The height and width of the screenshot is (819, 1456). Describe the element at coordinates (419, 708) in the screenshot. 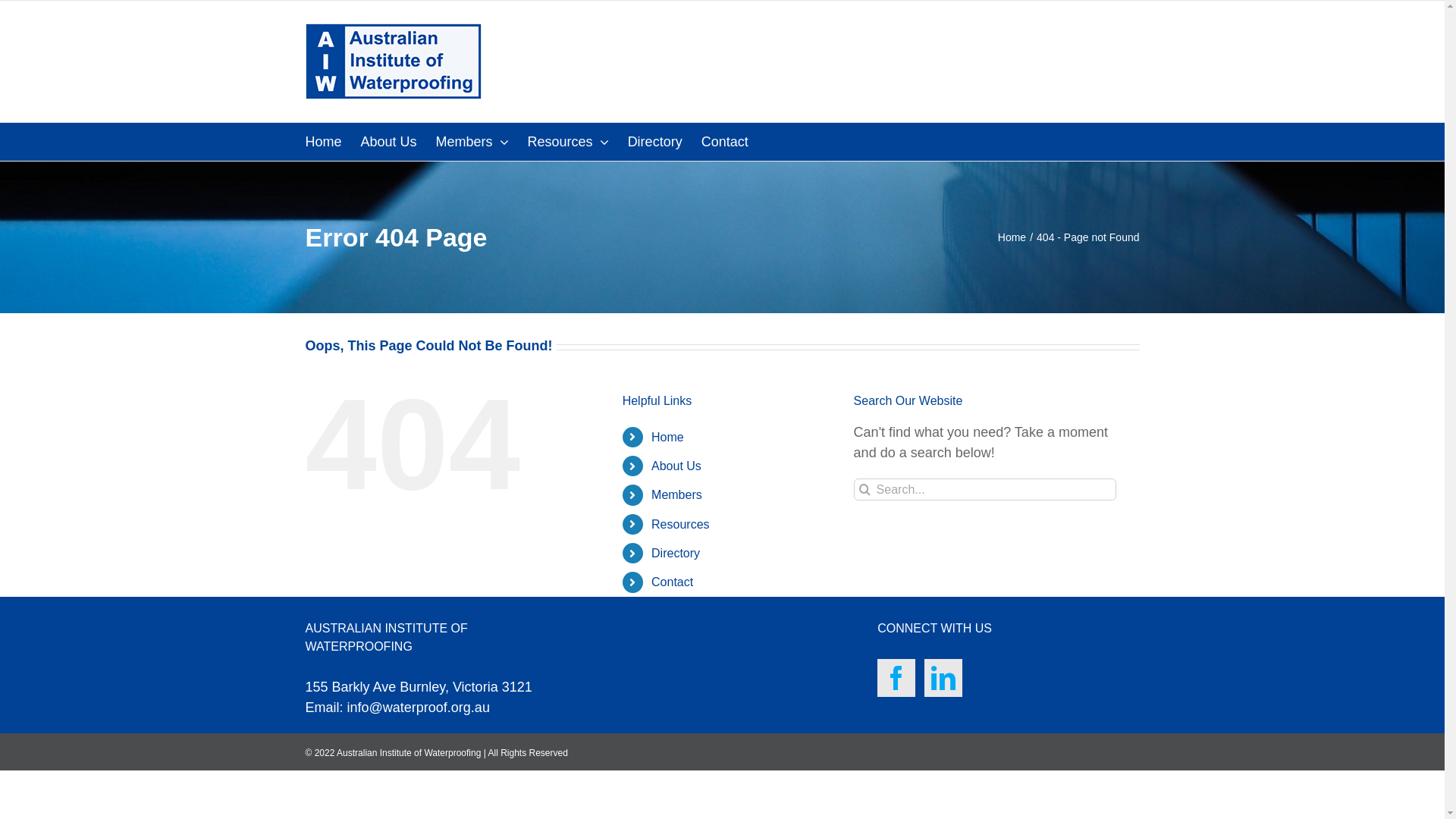

I see `'info@waterproof.org.au'` at that location.